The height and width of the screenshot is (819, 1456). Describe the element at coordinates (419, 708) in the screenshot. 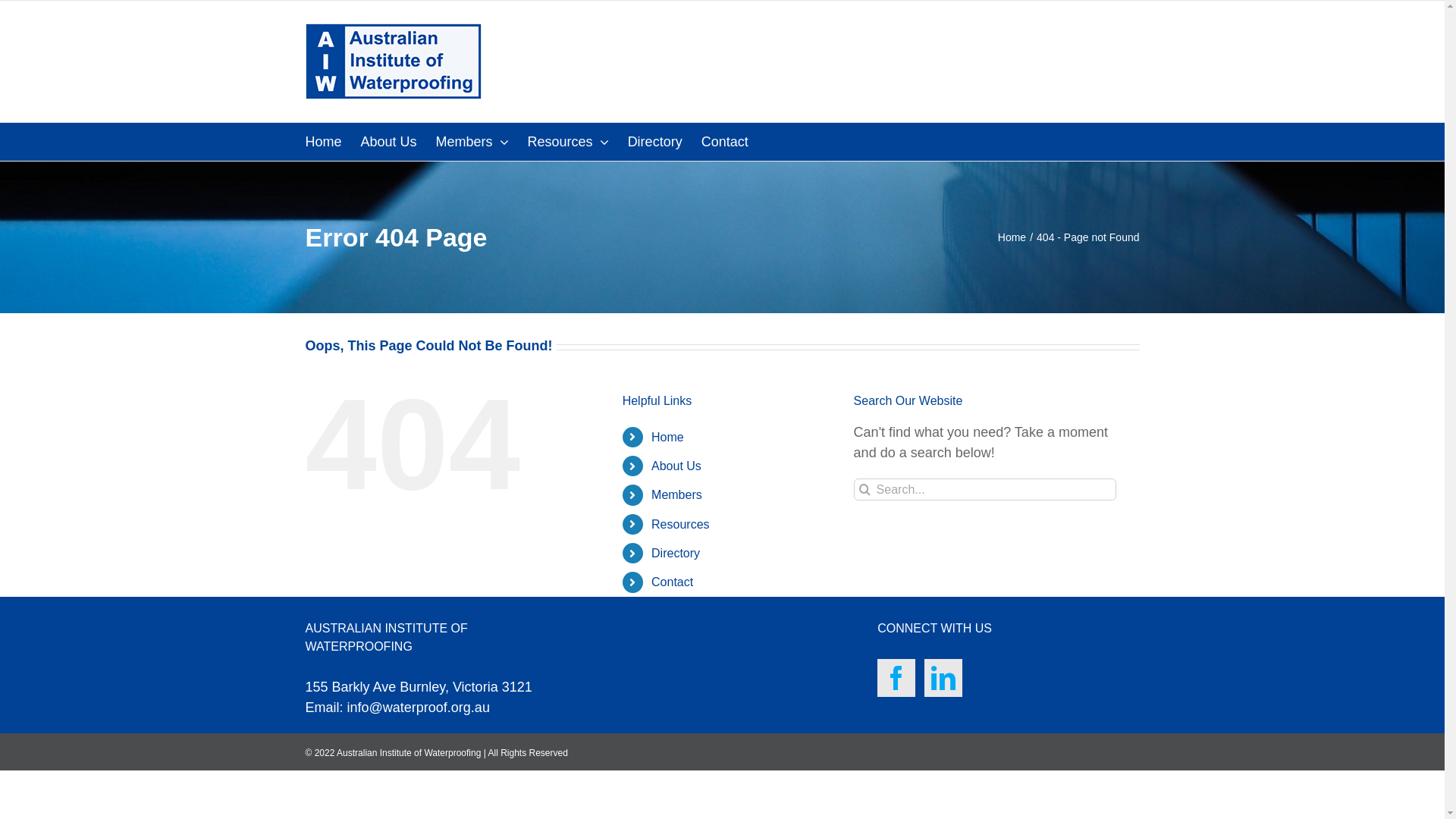

I see `'info@waterproof.org.au'` at that location.